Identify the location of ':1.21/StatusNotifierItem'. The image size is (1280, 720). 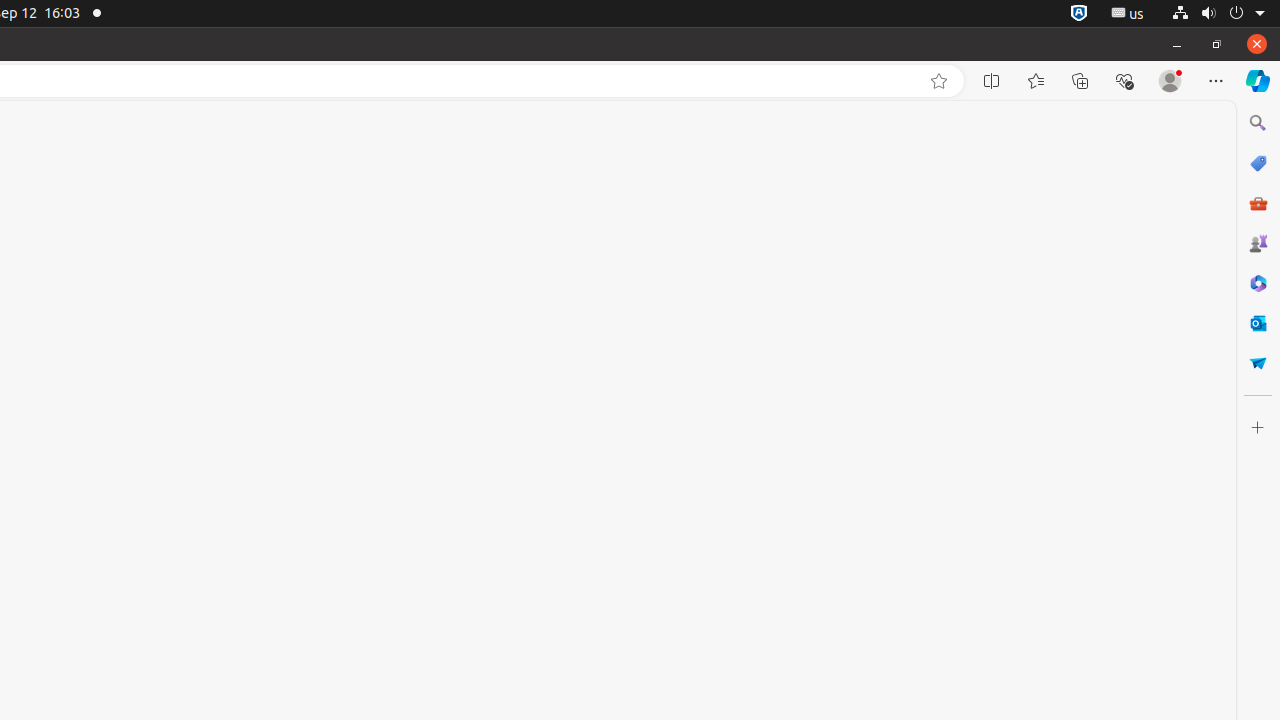
(1127, 13).